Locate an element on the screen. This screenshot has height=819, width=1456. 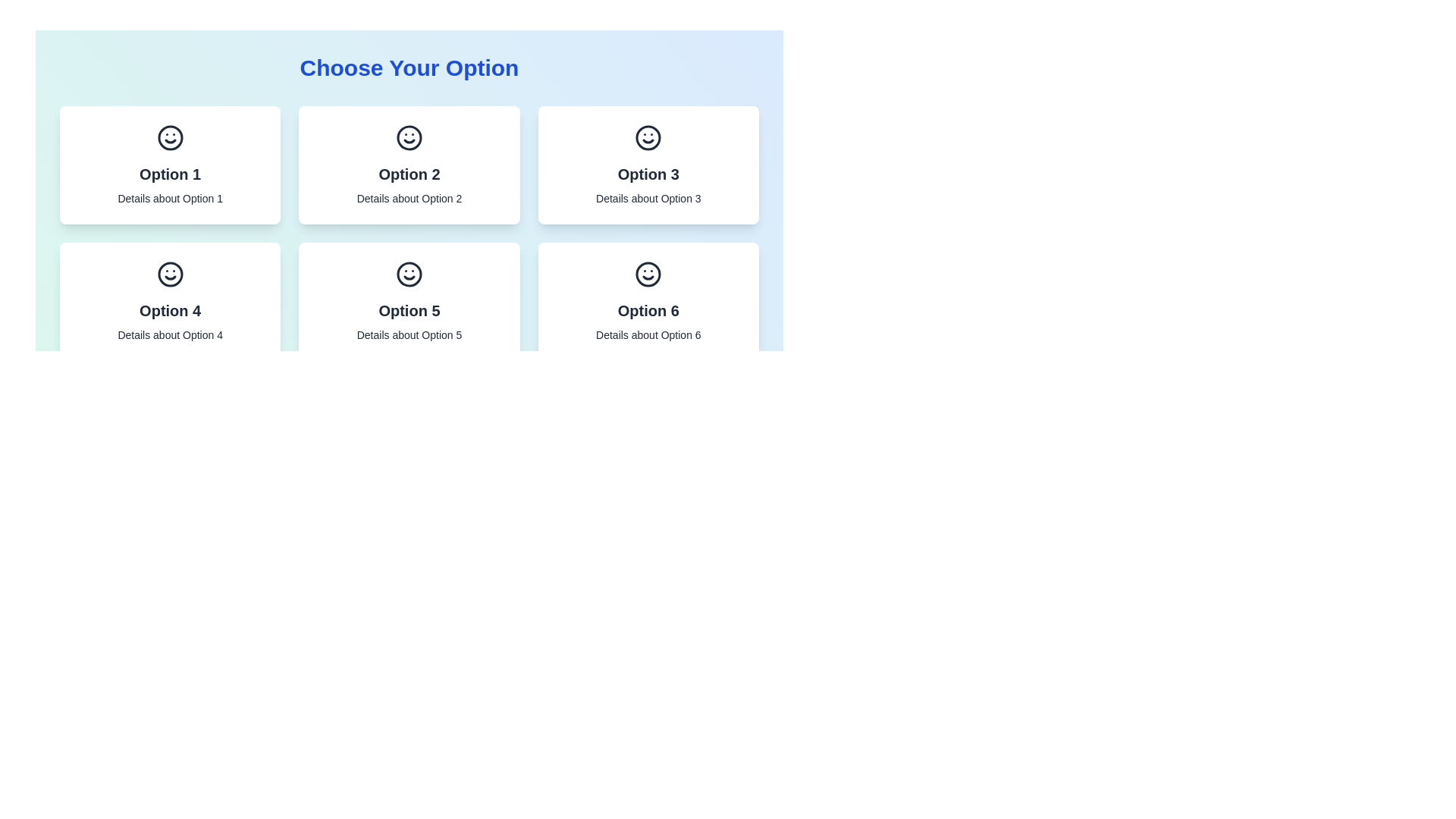
the decorative circular illustration within the smiley face icon that is part of the 'Option 3' card is located at coordinates (648, 137).